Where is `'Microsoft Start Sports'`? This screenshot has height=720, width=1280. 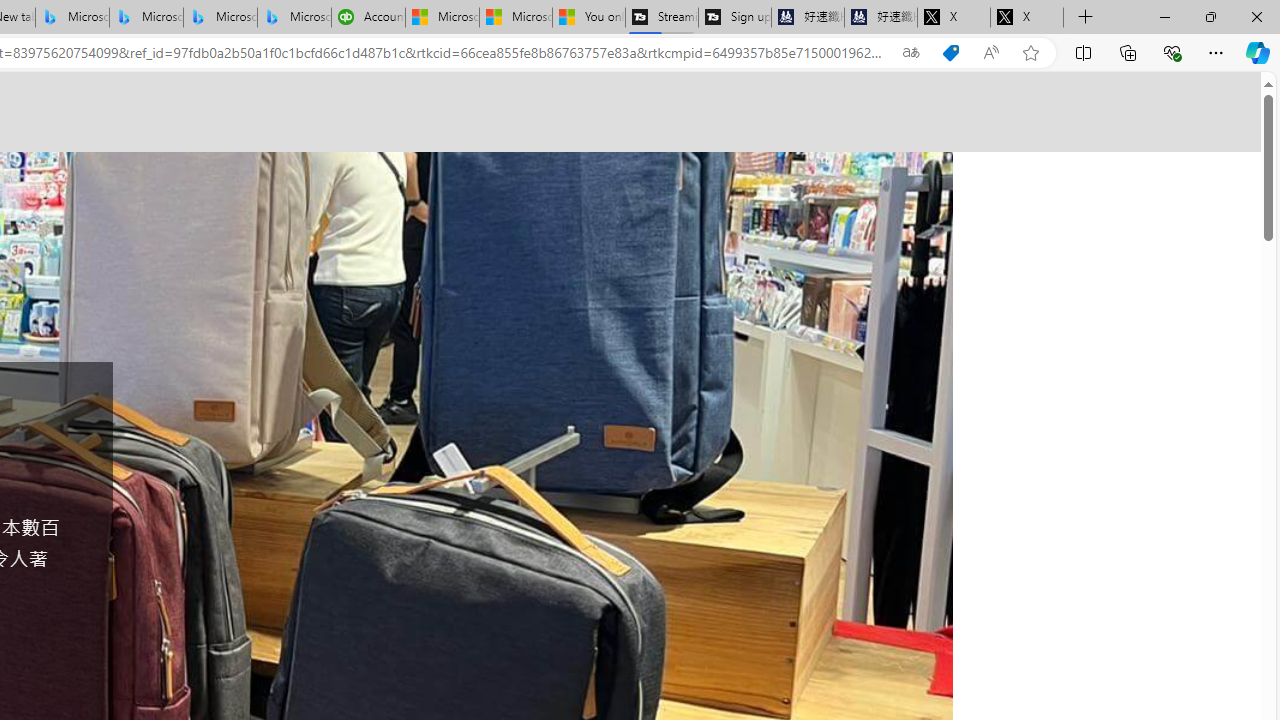 'Microsoft Start Sports' is located at coordinates (441, 17).